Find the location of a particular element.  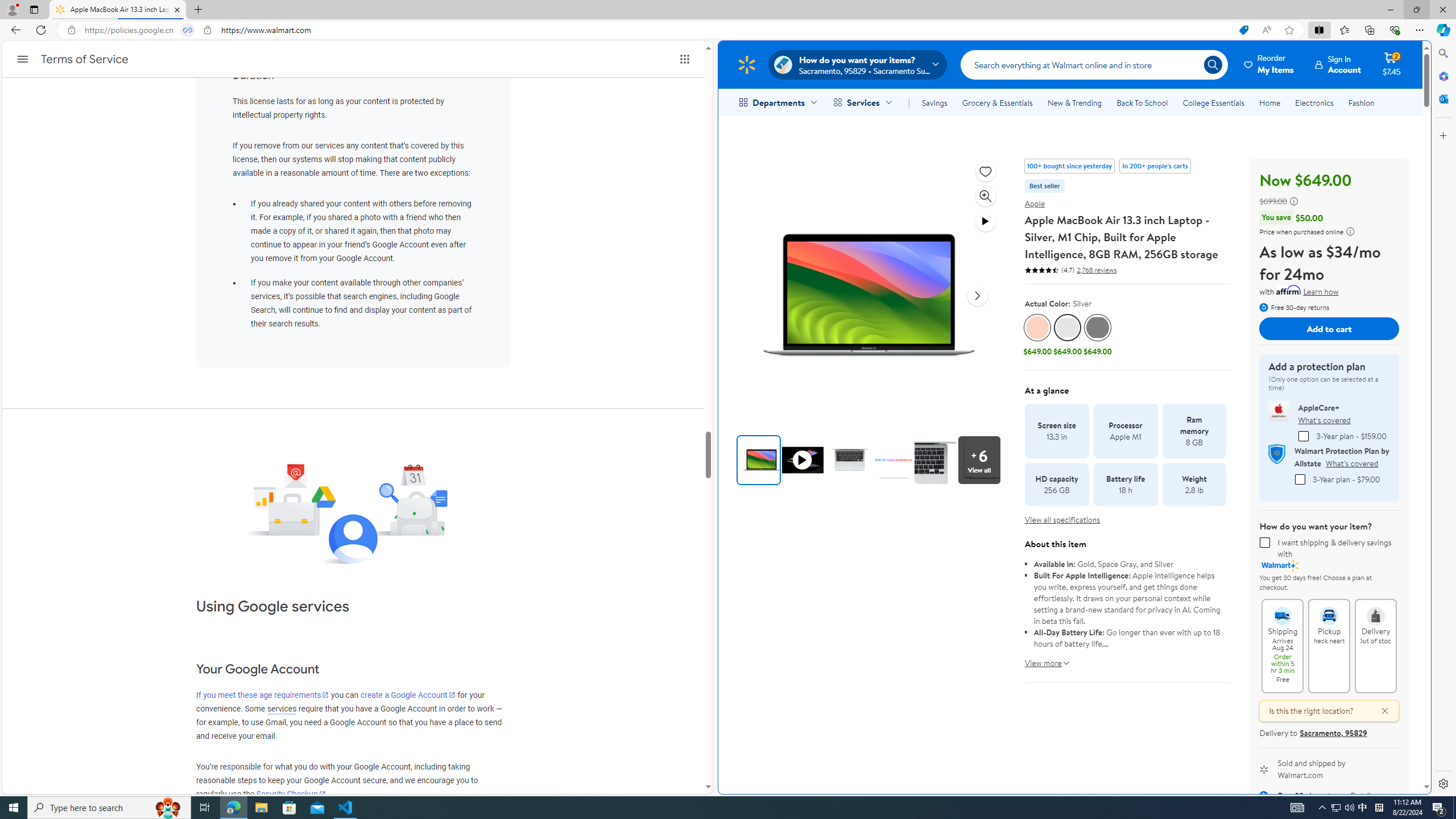

'Gold, $649.00' is located at coordinates (1037, 336).